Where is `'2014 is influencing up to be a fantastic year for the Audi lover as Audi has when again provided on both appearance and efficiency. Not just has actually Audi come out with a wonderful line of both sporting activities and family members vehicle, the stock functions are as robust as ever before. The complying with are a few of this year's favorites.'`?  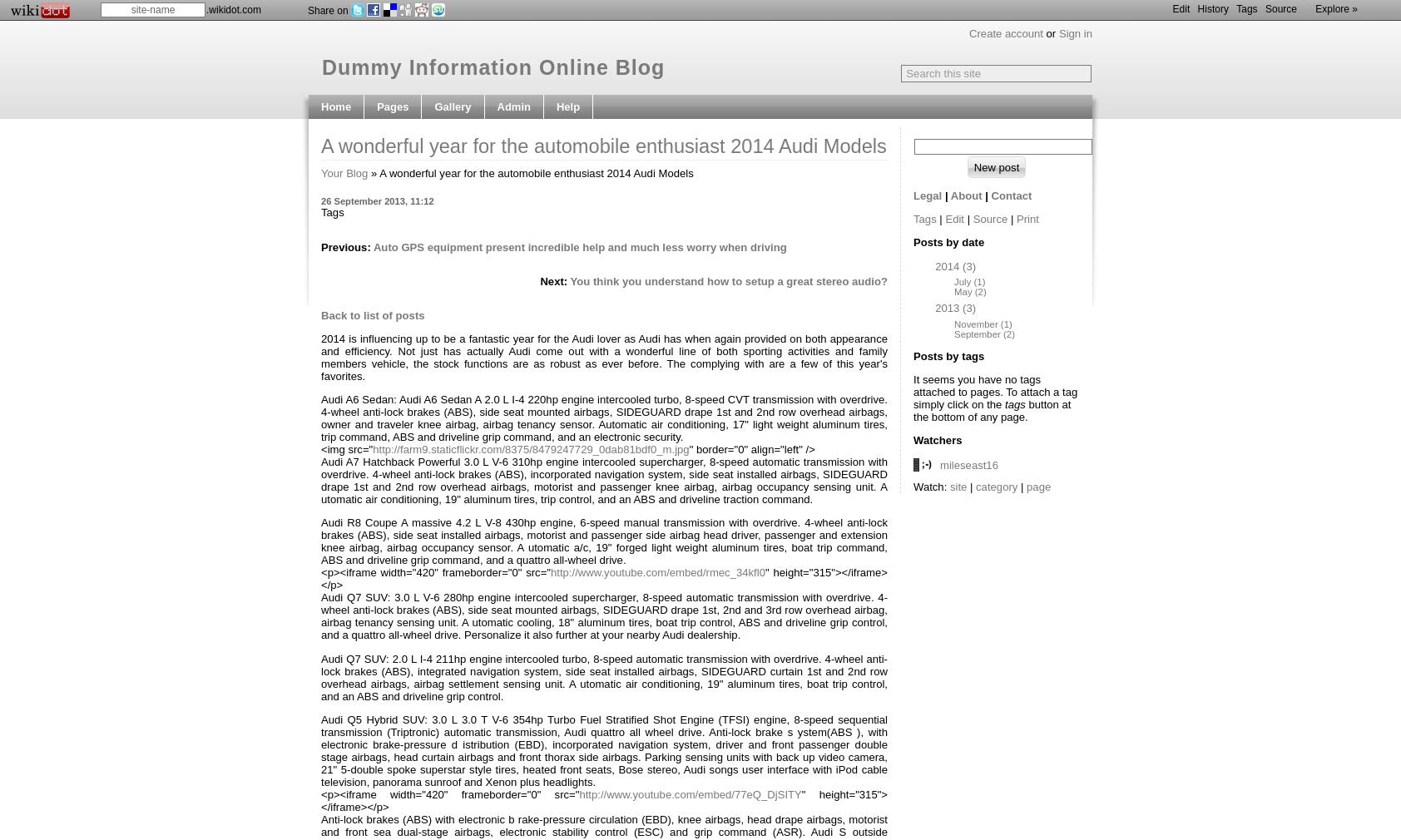
'2014 is influencing up to be a fantastic year for the Audi lover as Audi has when again provided on both appearance and efficiency. Not just has actually Audi come out with a wonderful line of both sporting activities and family members vehicle, the stock functions are as robust as ever before. The complying with are a few of this year's favorites.' is located at coordinates (320, 357).